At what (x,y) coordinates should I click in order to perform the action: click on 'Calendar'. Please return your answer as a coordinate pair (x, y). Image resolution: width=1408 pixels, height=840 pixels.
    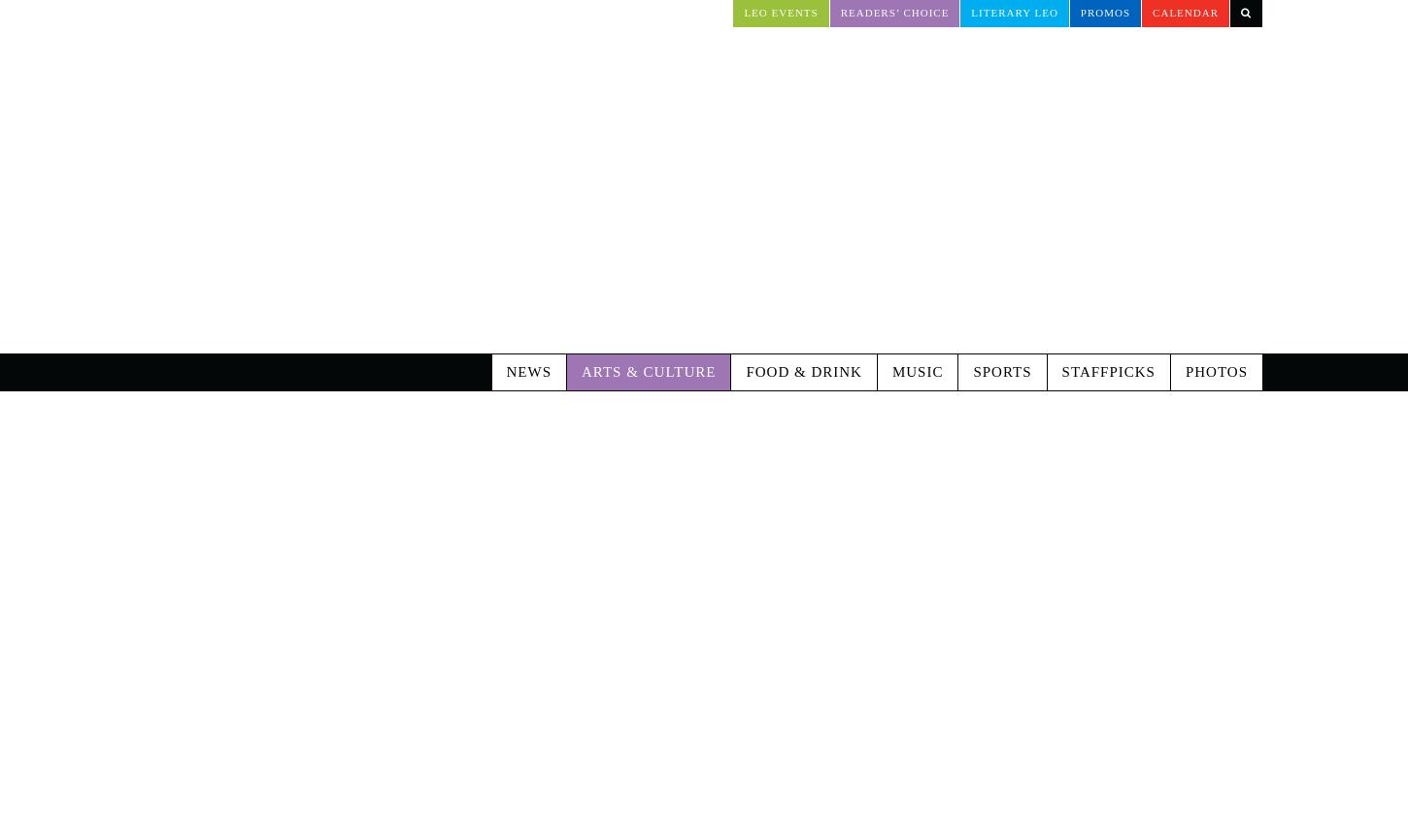
    Looking at the image, I should click on (1151, 12).